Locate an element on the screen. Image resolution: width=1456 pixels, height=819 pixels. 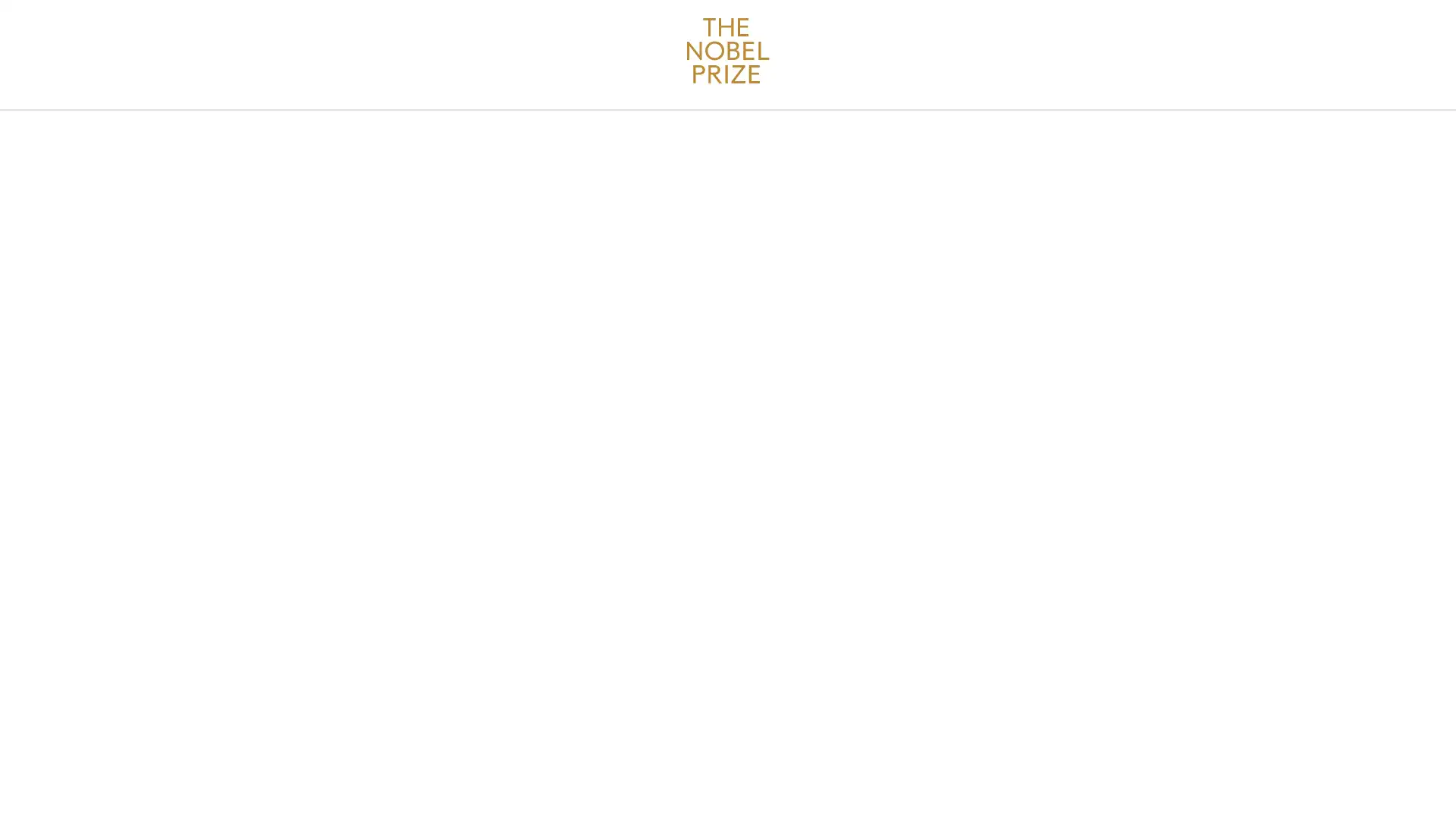
Press Release is located at coordinates (786, 169).